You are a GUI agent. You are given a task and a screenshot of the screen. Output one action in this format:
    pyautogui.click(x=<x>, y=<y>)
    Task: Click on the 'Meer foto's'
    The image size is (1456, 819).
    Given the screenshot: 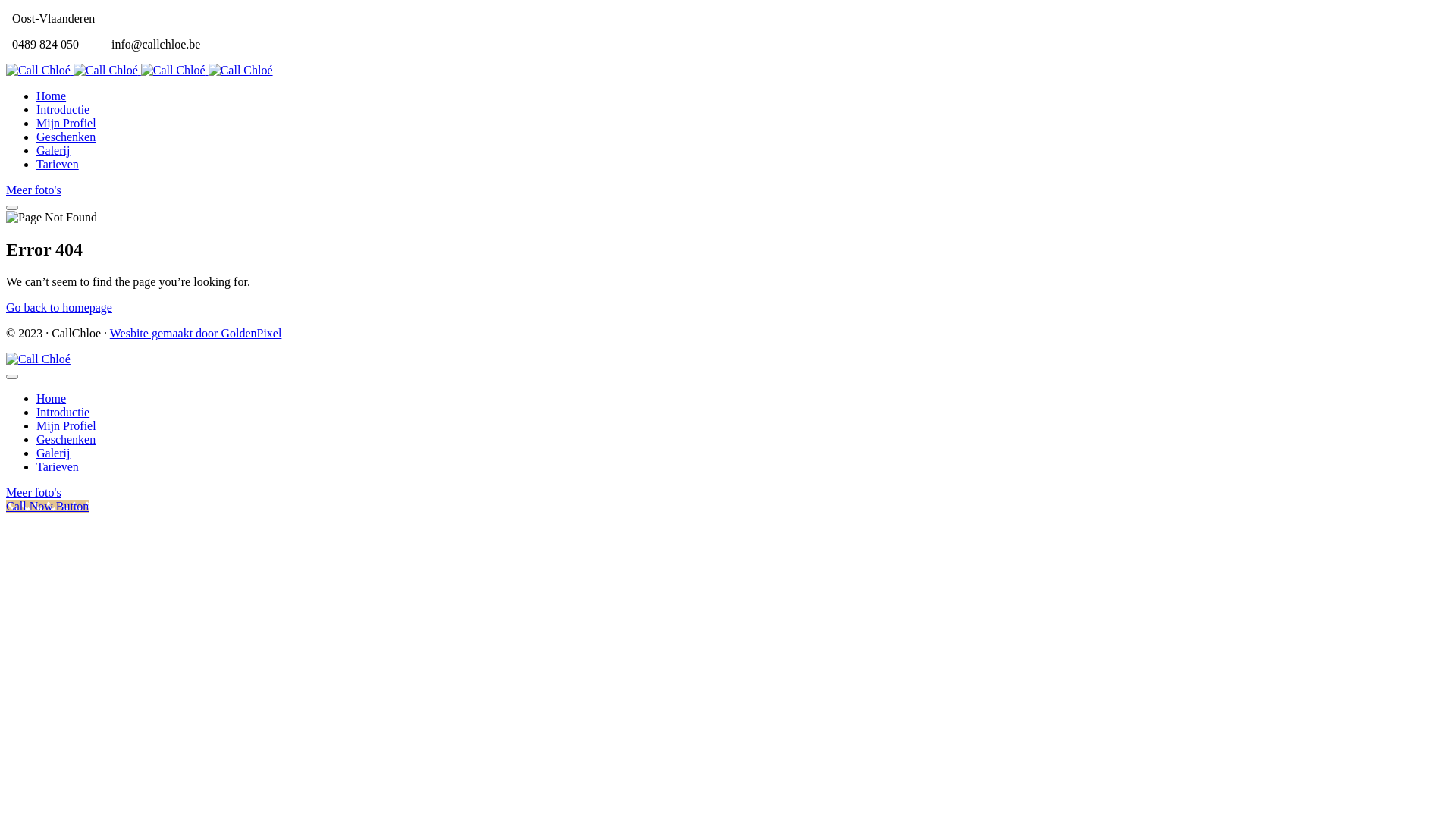 What is the action you would take?
    pyautogui.click(x=33, y=492)
    